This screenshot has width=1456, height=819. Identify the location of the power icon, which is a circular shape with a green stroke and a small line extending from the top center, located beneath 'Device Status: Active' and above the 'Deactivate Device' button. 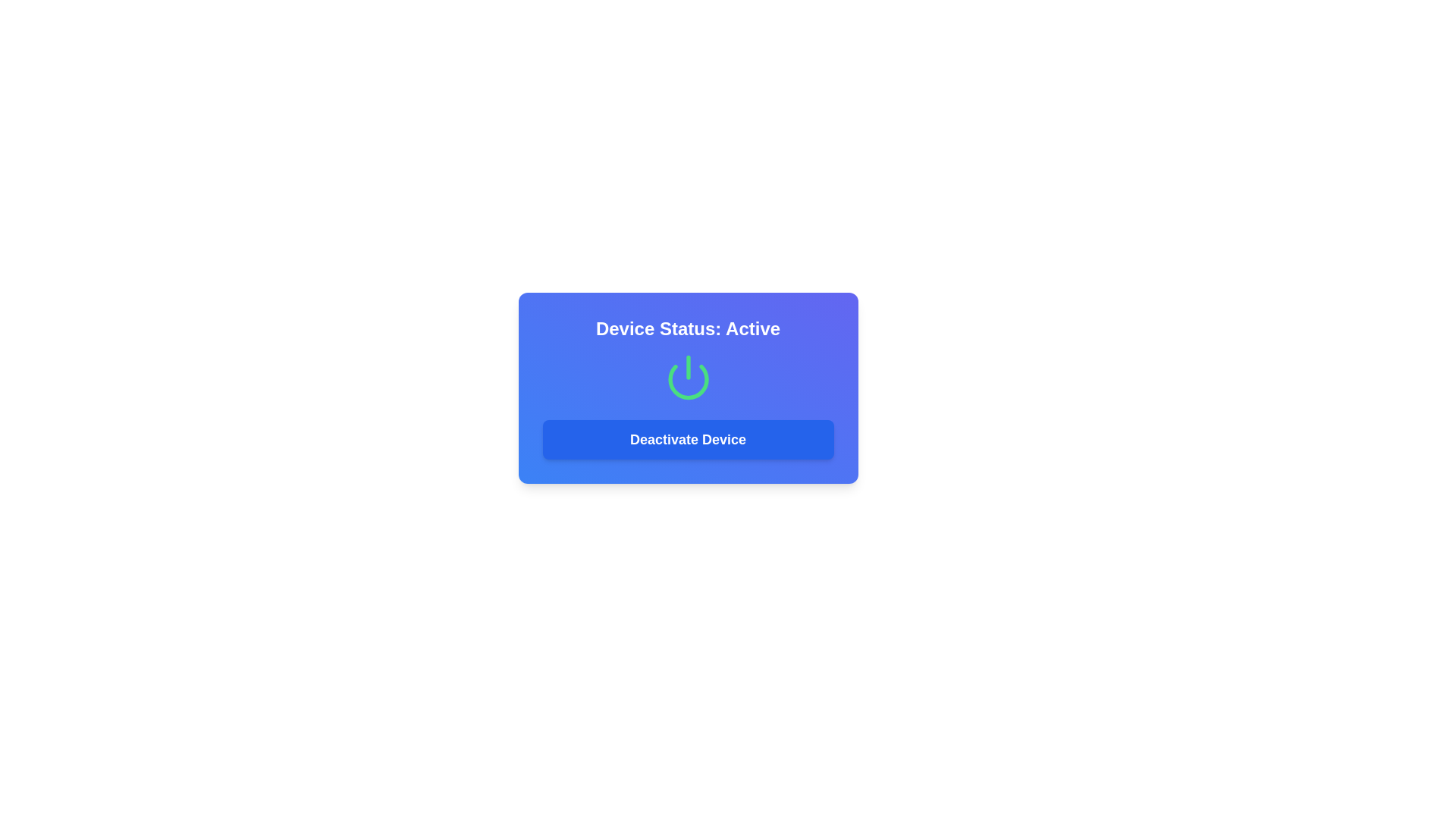
(687, 376).